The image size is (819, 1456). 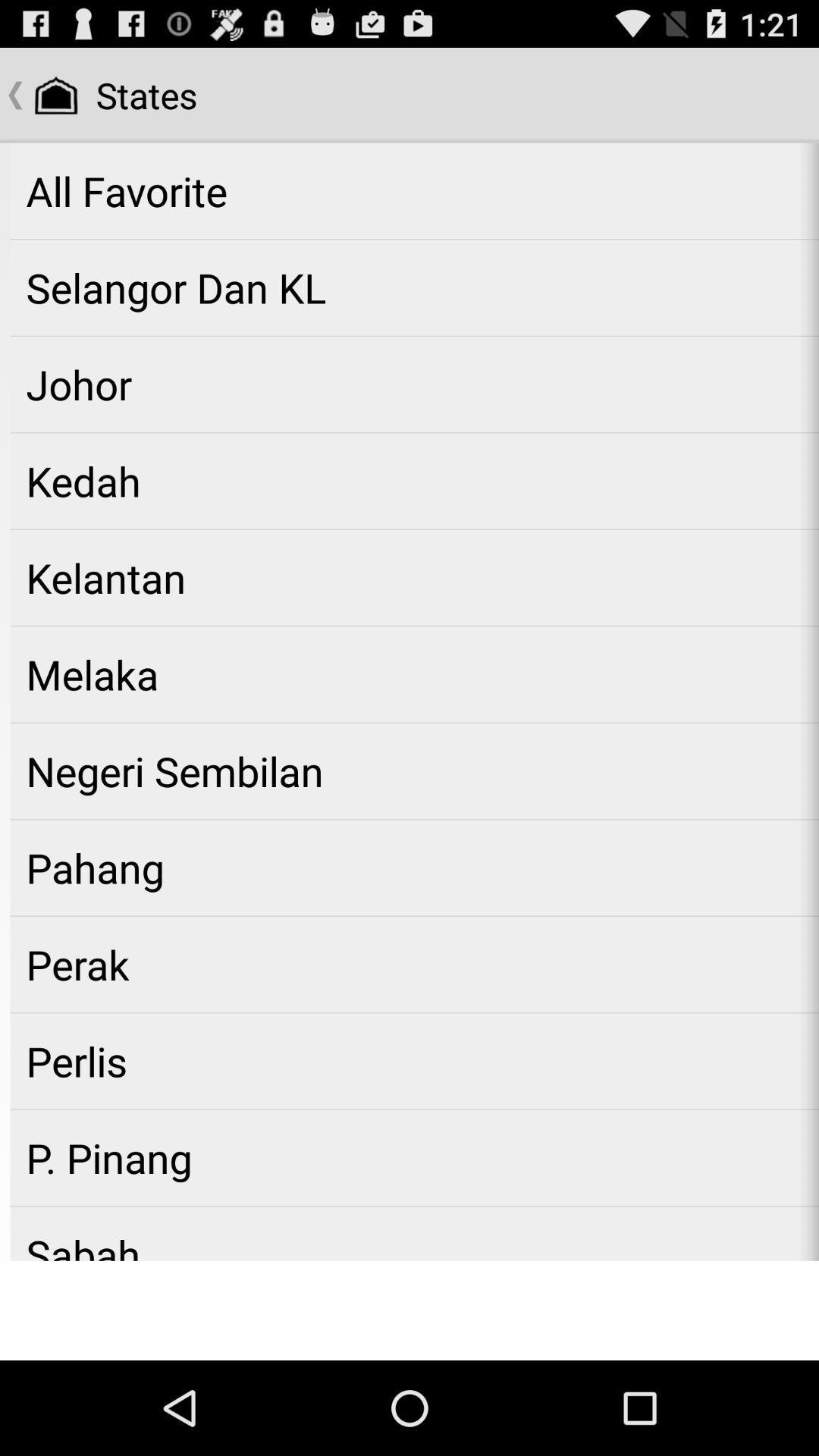 What do you see at coordinates (409, 1310) in the screenshot?
I see `item below sabah app` at bounding box center [409, 1310].